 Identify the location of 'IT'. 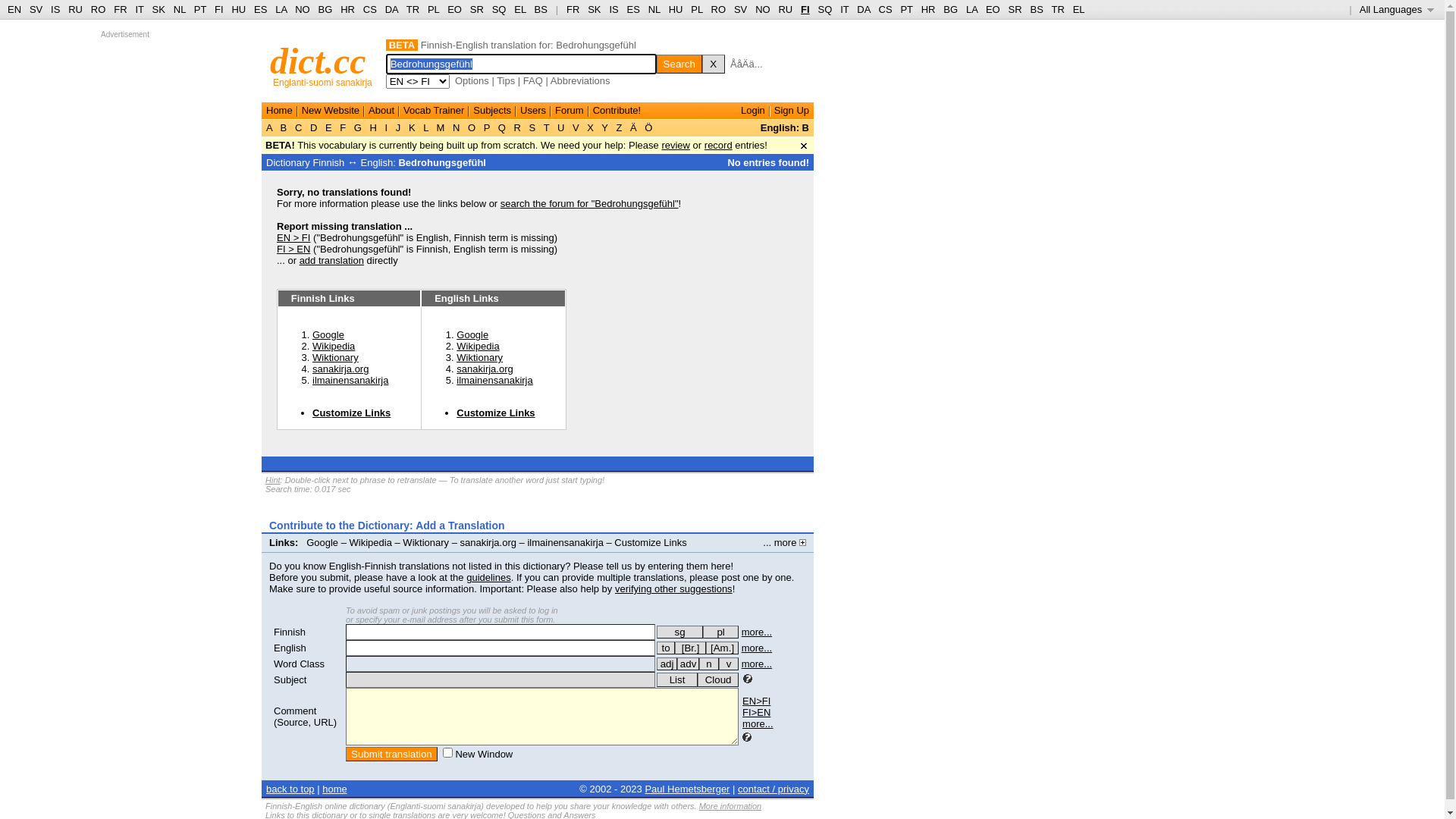
(843, 9).